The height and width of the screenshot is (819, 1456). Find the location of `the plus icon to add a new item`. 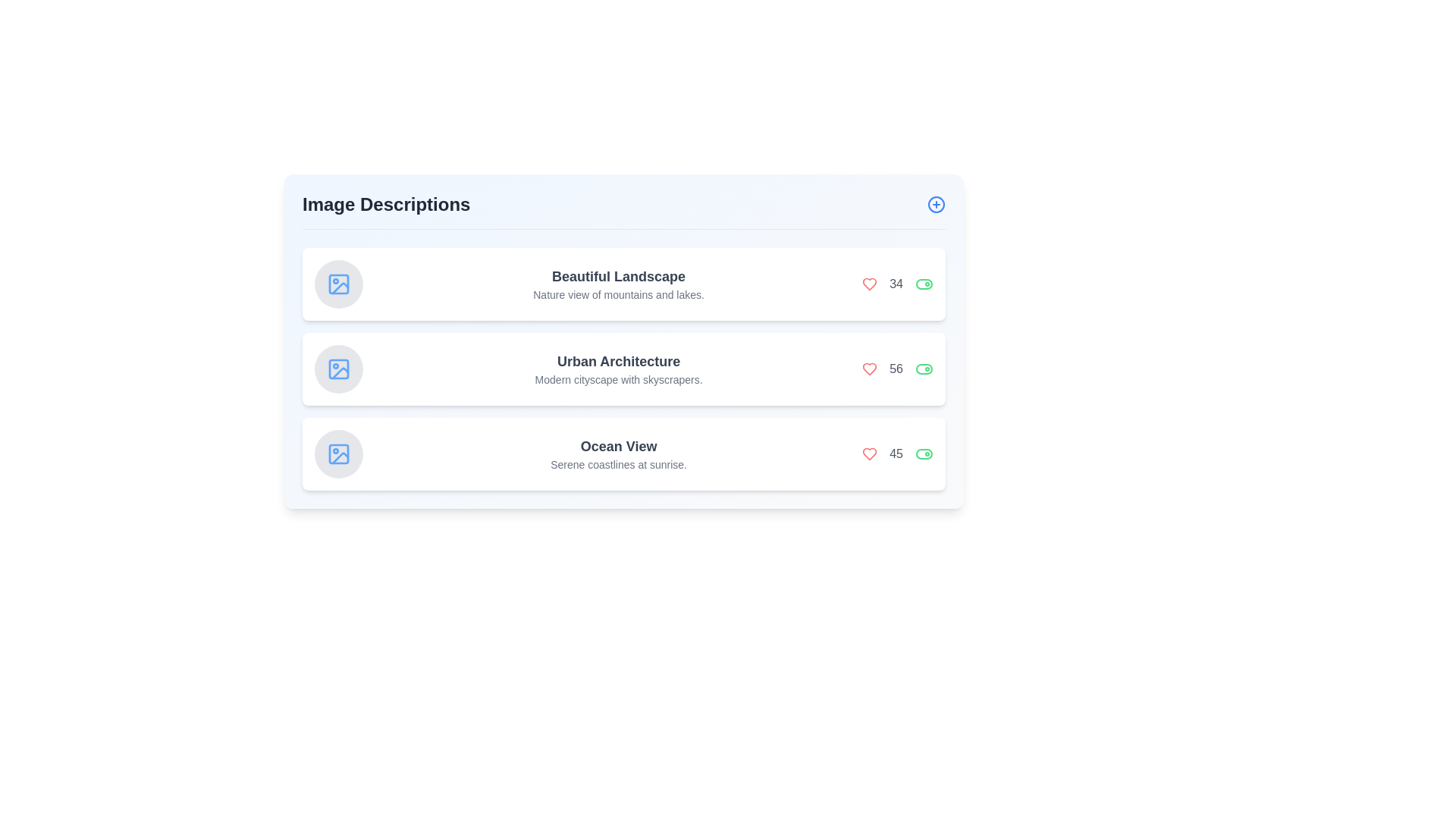

the plus icon to add a new item is located at coordinates (935, 205).